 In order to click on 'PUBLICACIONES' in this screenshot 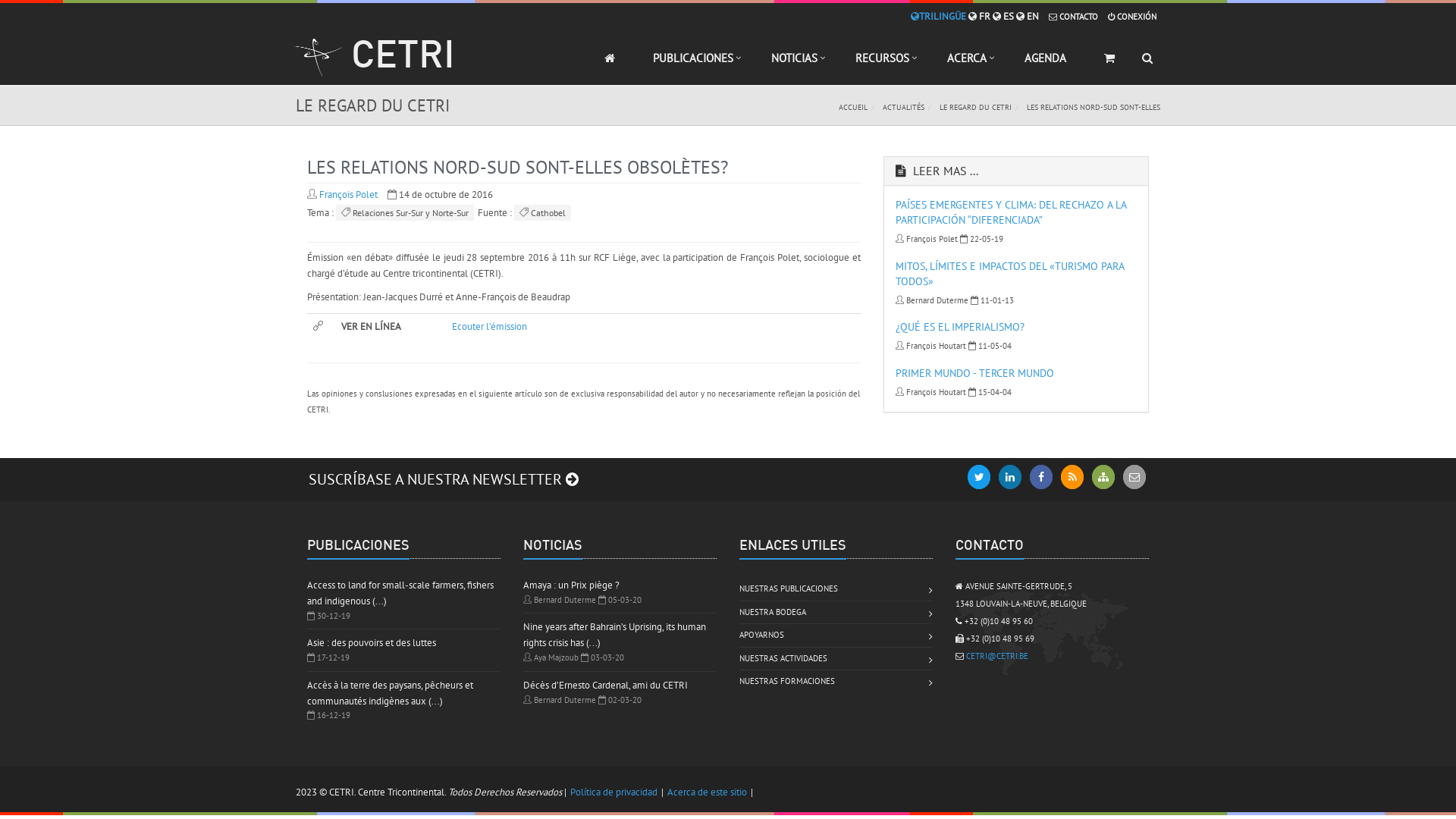, I will do `click(692, 64)`.